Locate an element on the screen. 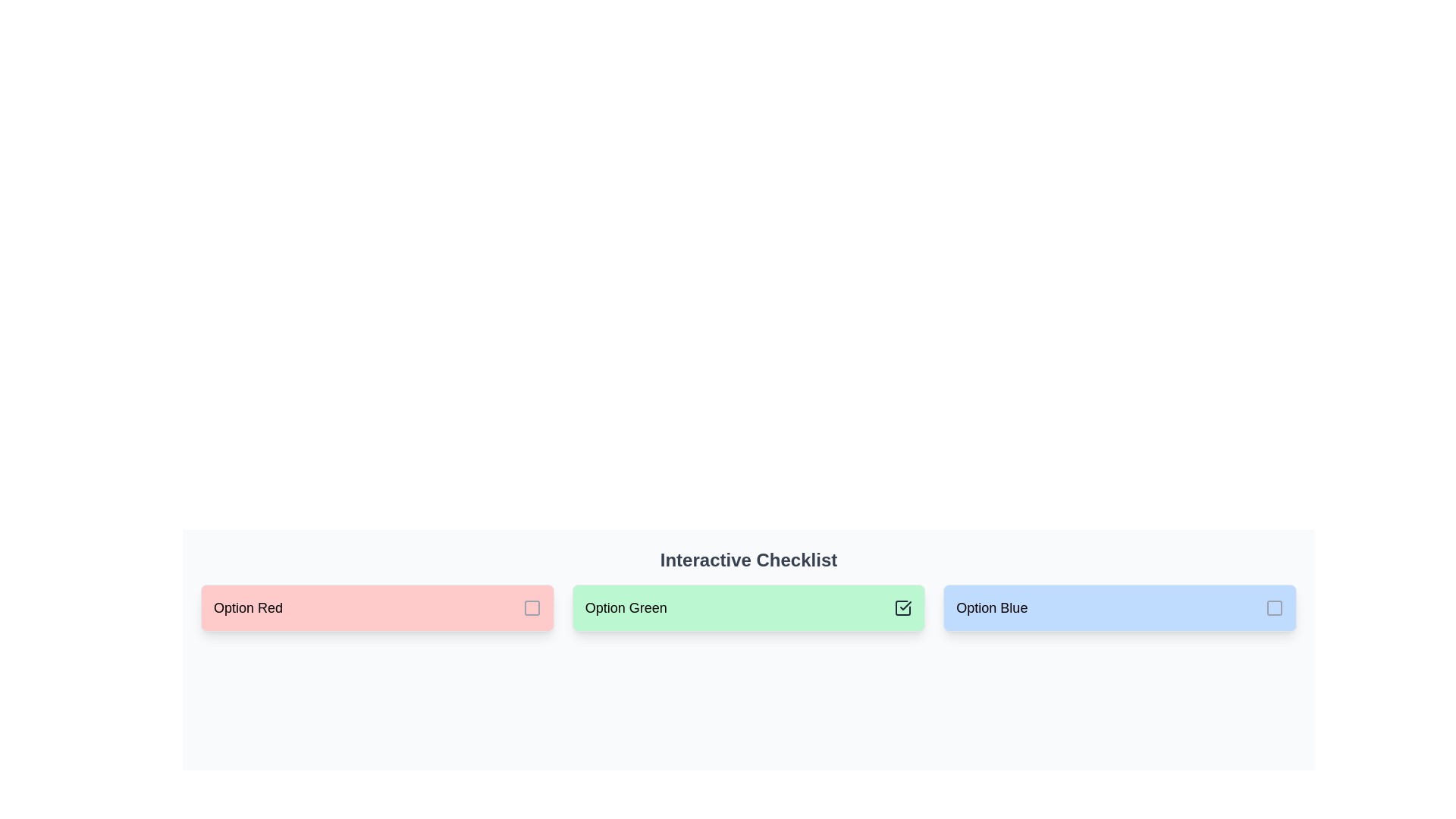 This screenshot has width=1456, height=819. the selectable card labeled 'Option Red', which is the first card in a horizontal grid of three options is located at coordinates (377, 607).